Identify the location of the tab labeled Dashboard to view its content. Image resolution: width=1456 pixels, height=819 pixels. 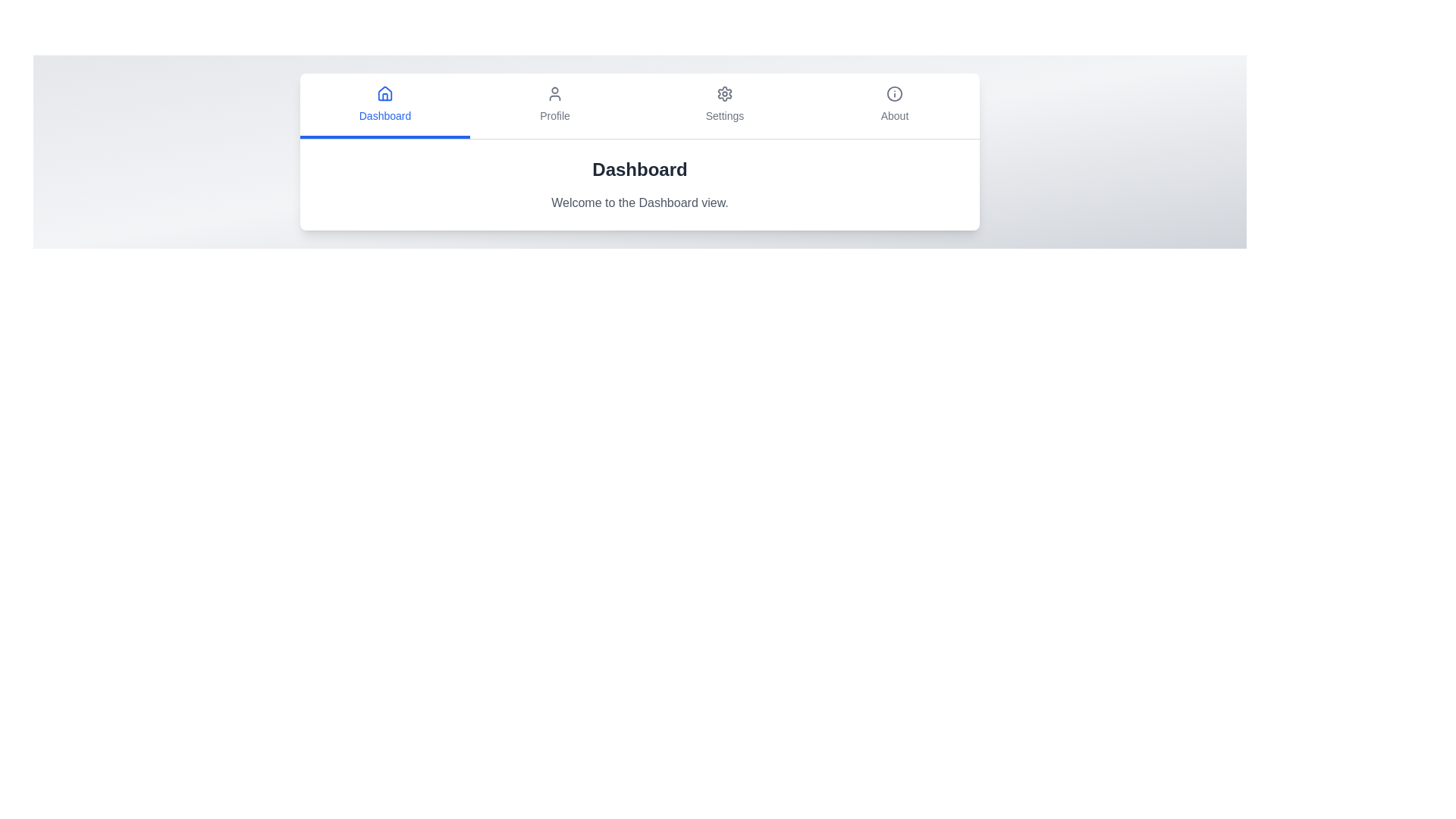
(385, 105).